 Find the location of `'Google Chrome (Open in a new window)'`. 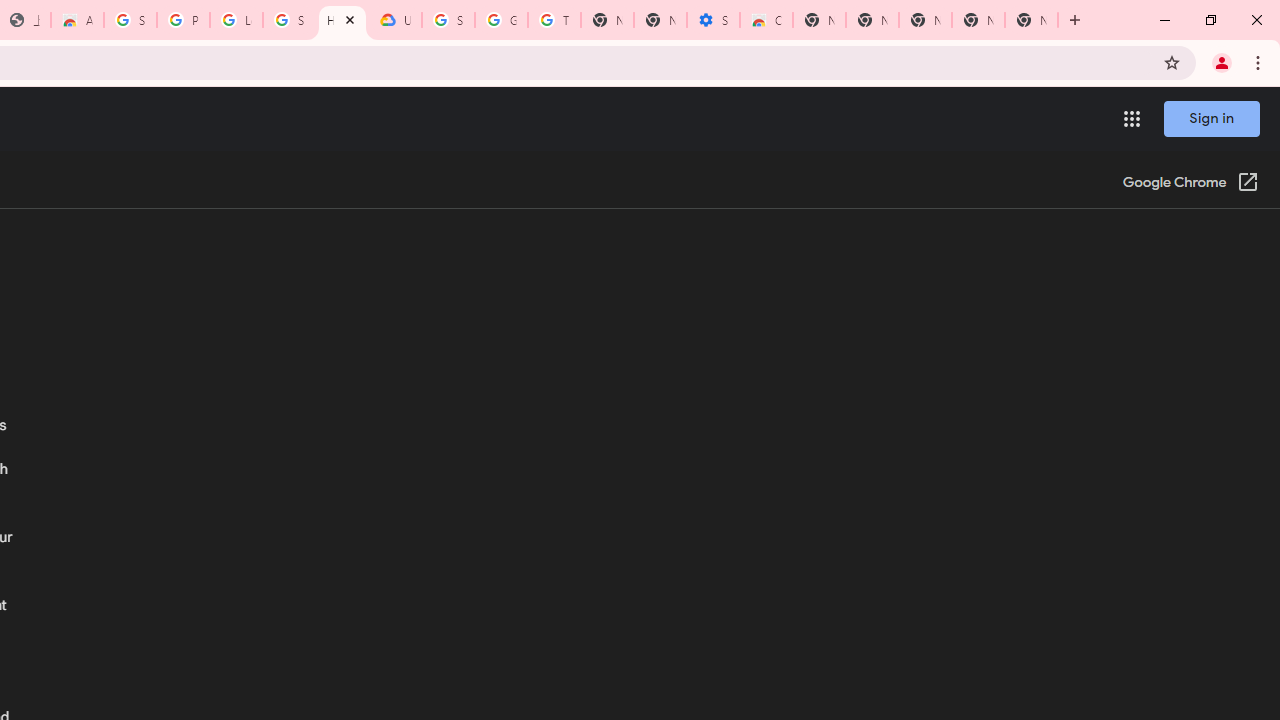

'Google Chrome (Open in a new window)' is located at coordinates (1191, 183).